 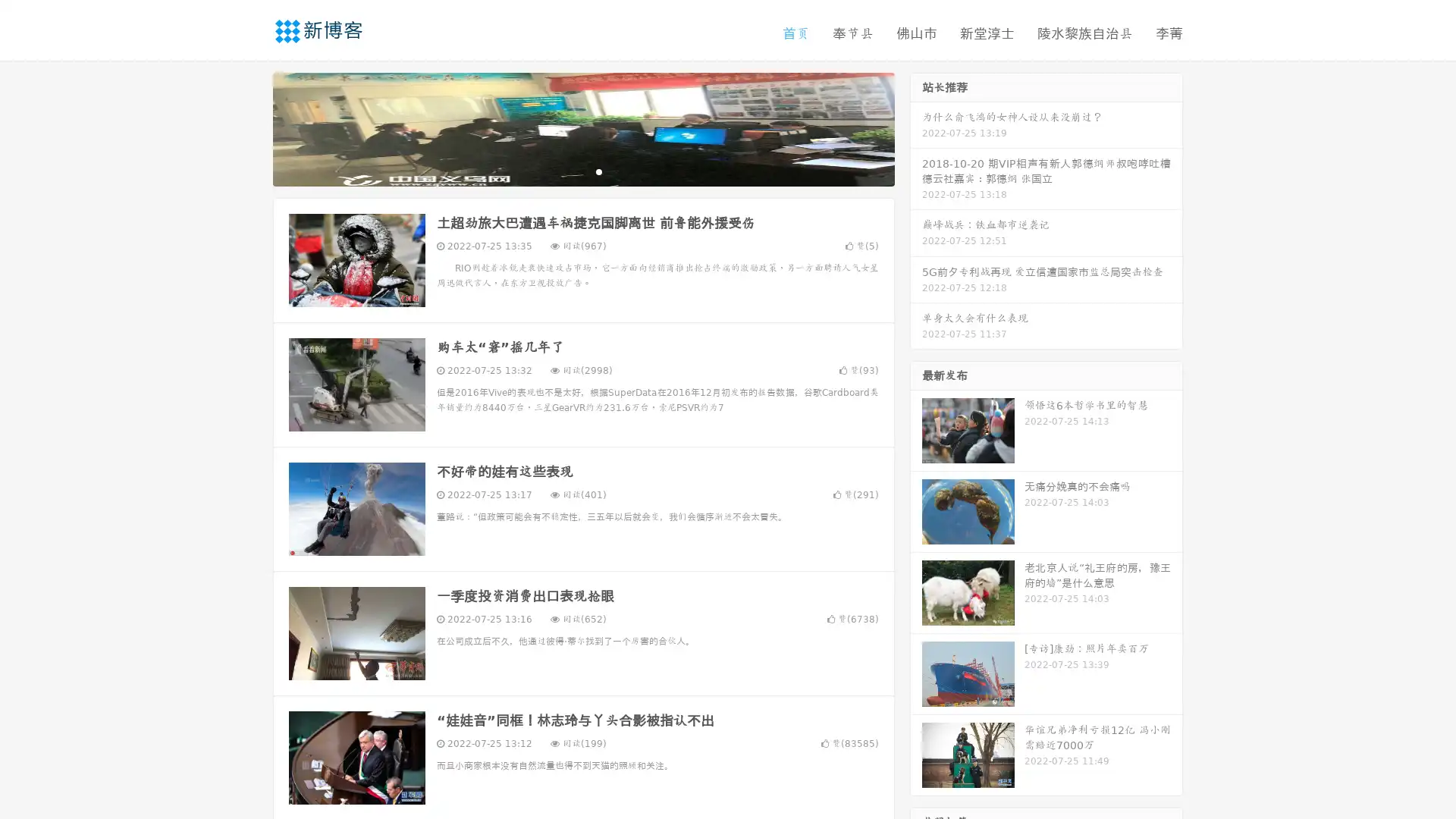 I want to click on Go to slide 3, so click(x=598, y=171).